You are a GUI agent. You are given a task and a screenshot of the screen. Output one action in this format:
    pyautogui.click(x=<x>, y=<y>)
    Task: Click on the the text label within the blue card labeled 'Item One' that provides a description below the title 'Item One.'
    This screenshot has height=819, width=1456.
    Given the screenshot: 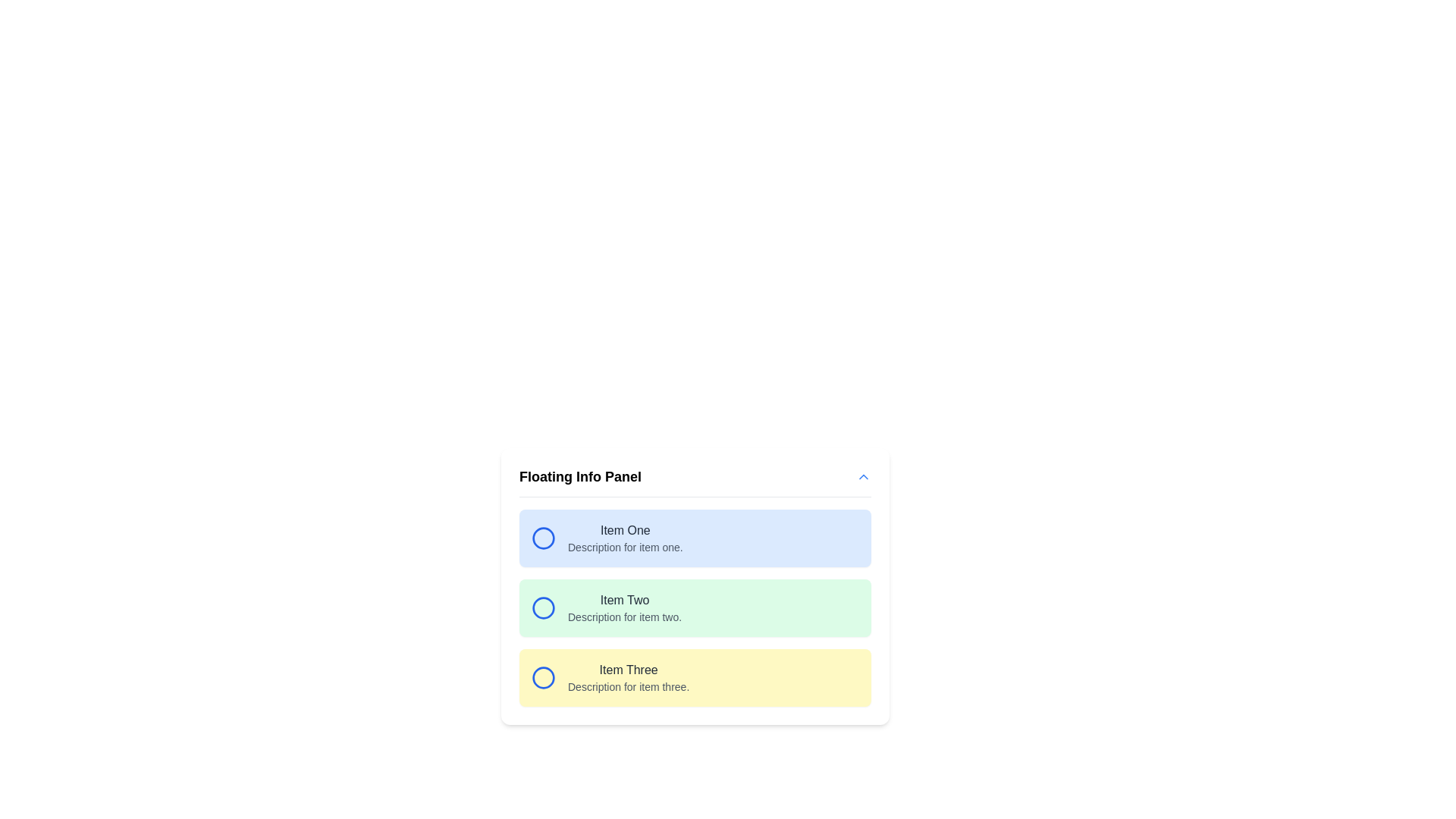 What is the action you would take?
    pyautogui.click(x=625, y=547)
    